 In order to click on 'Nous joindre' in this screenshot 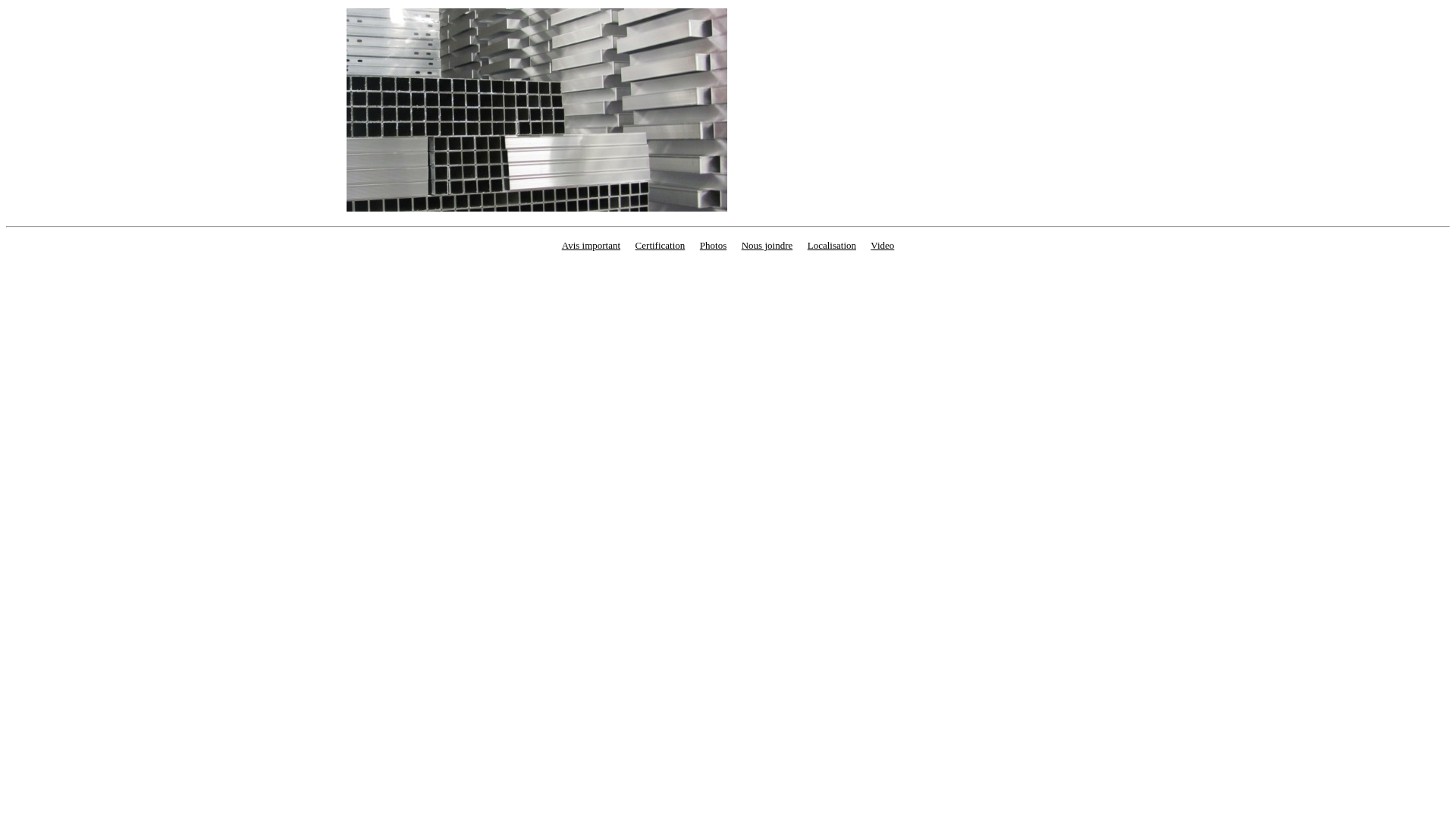, I will do `click(767, 244)`.